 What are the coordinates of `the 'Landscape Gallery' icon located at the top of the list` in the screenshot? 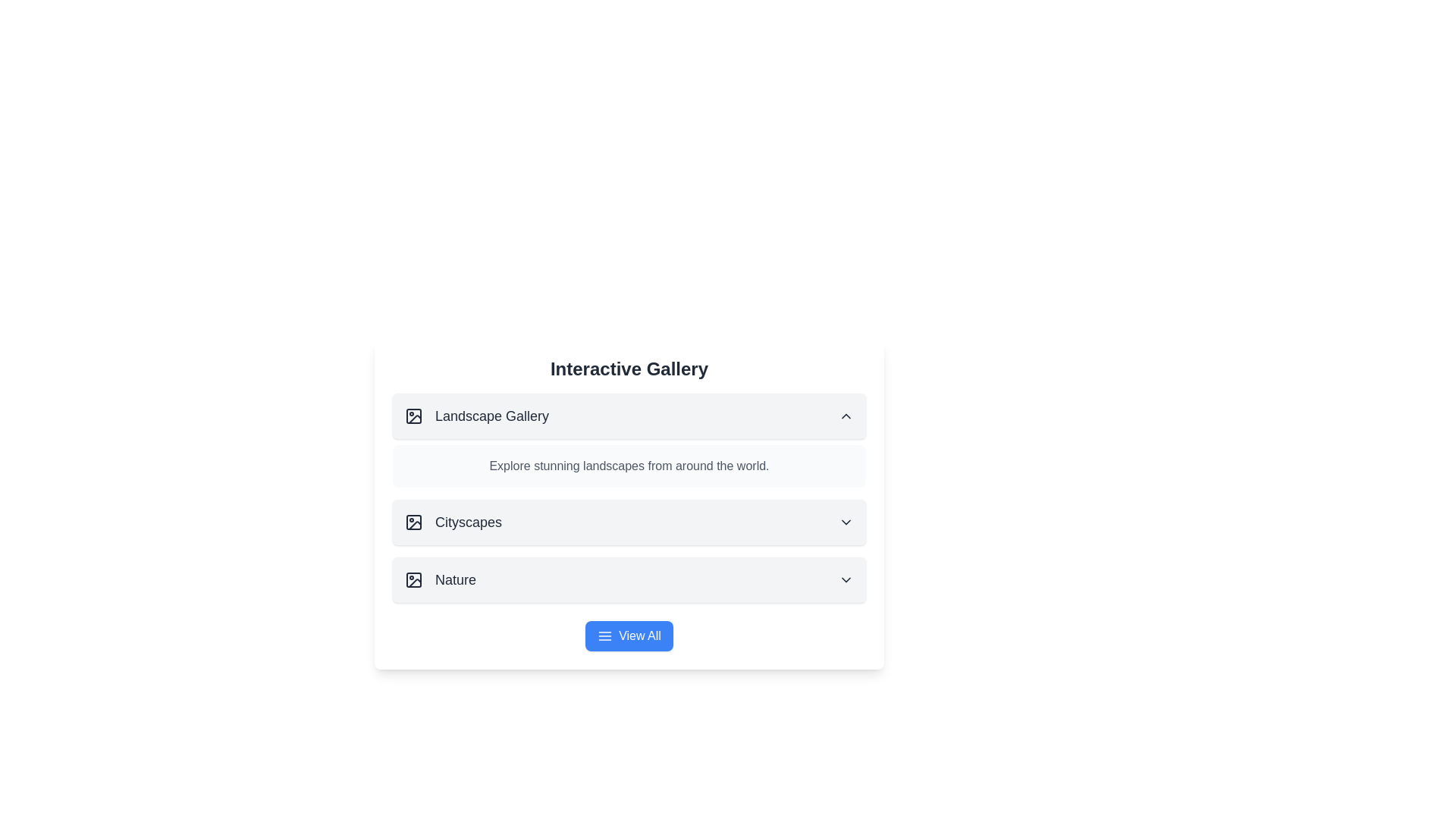 It's located at (414, 416).